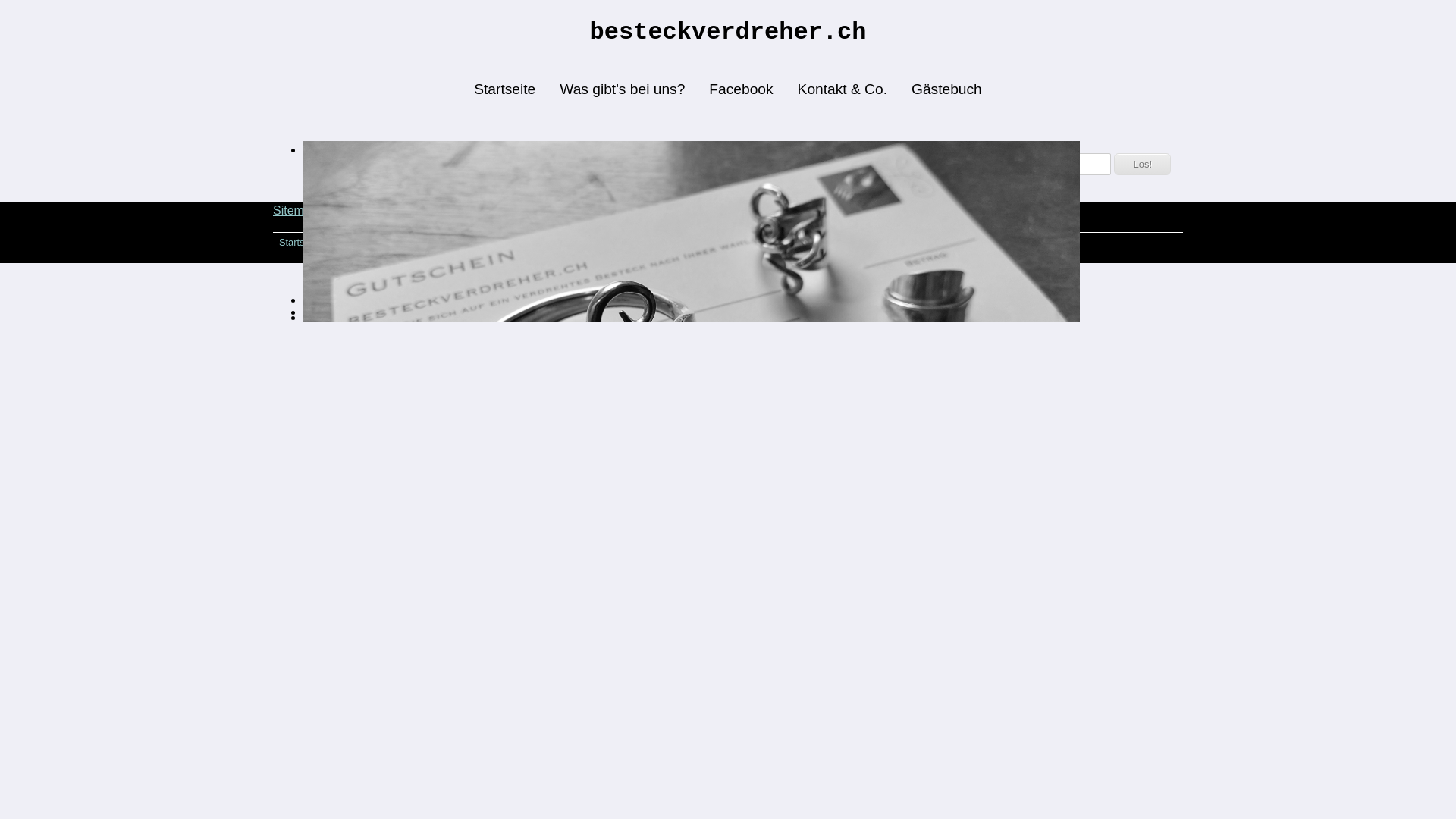 The height and width of the screenshot is (819, 1456). I want to click on 'besteckverdreher.ch', so click(728, 31).